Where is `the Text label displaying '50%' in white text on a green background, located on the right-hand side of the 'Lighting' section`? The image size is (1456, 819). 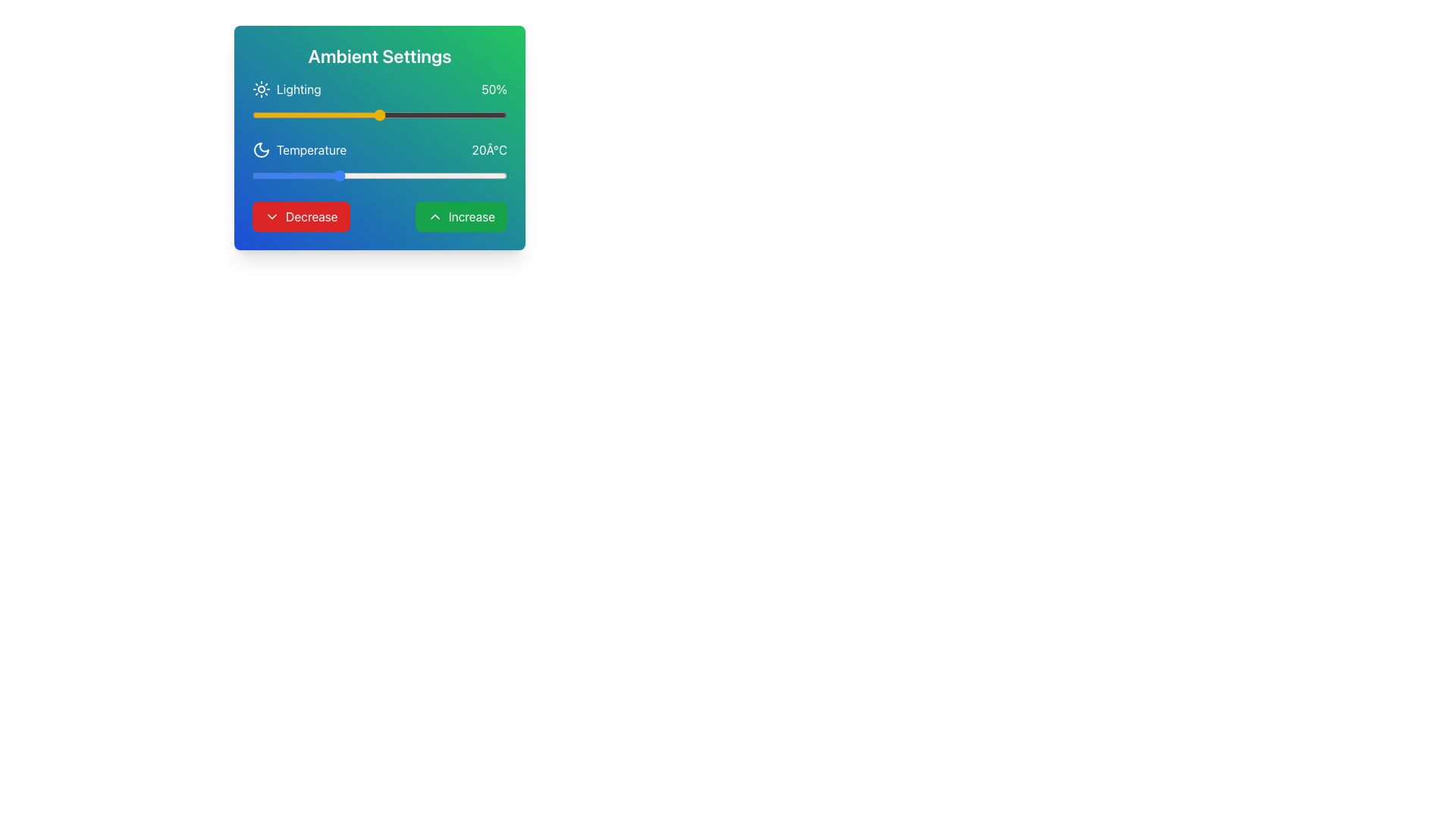
the Text label displaying '50%' in white text on a green background, located on the right-hand side of the 'Lighting' section is located at coordinates (494, 89).